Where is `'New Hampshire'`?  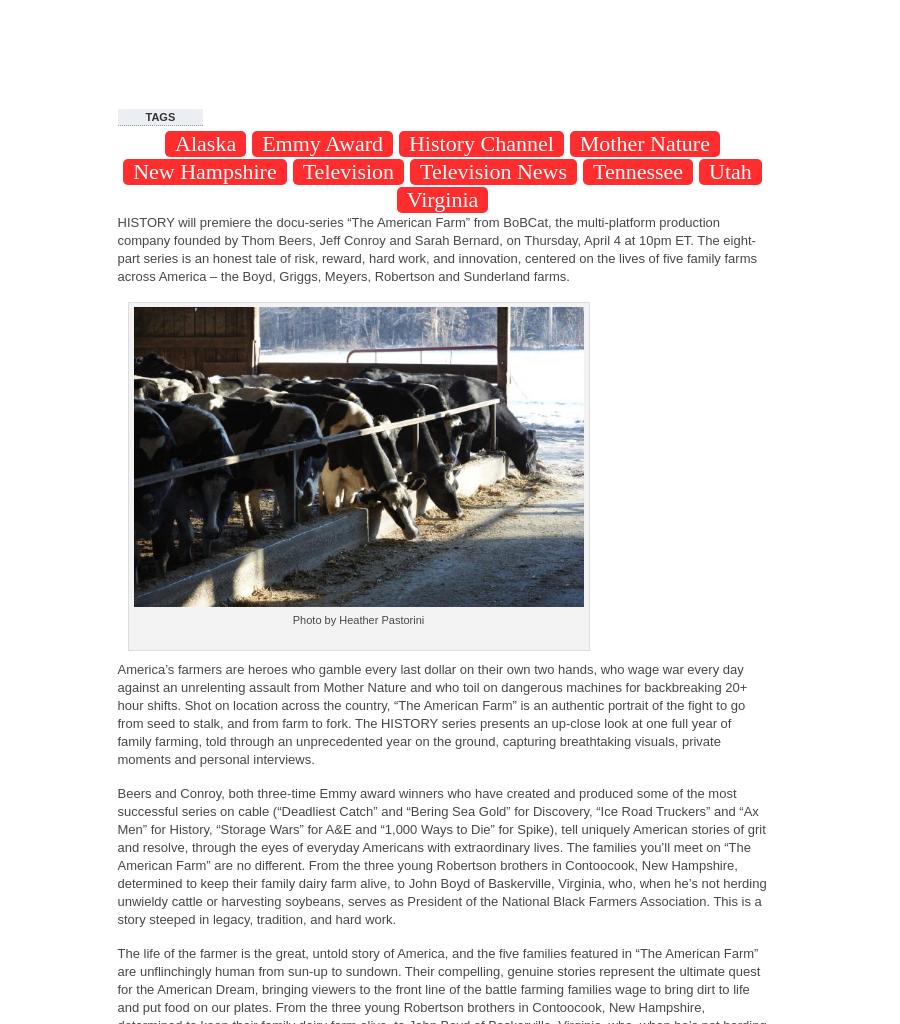 'New Hampshire' is located at coordinates (204, 171).